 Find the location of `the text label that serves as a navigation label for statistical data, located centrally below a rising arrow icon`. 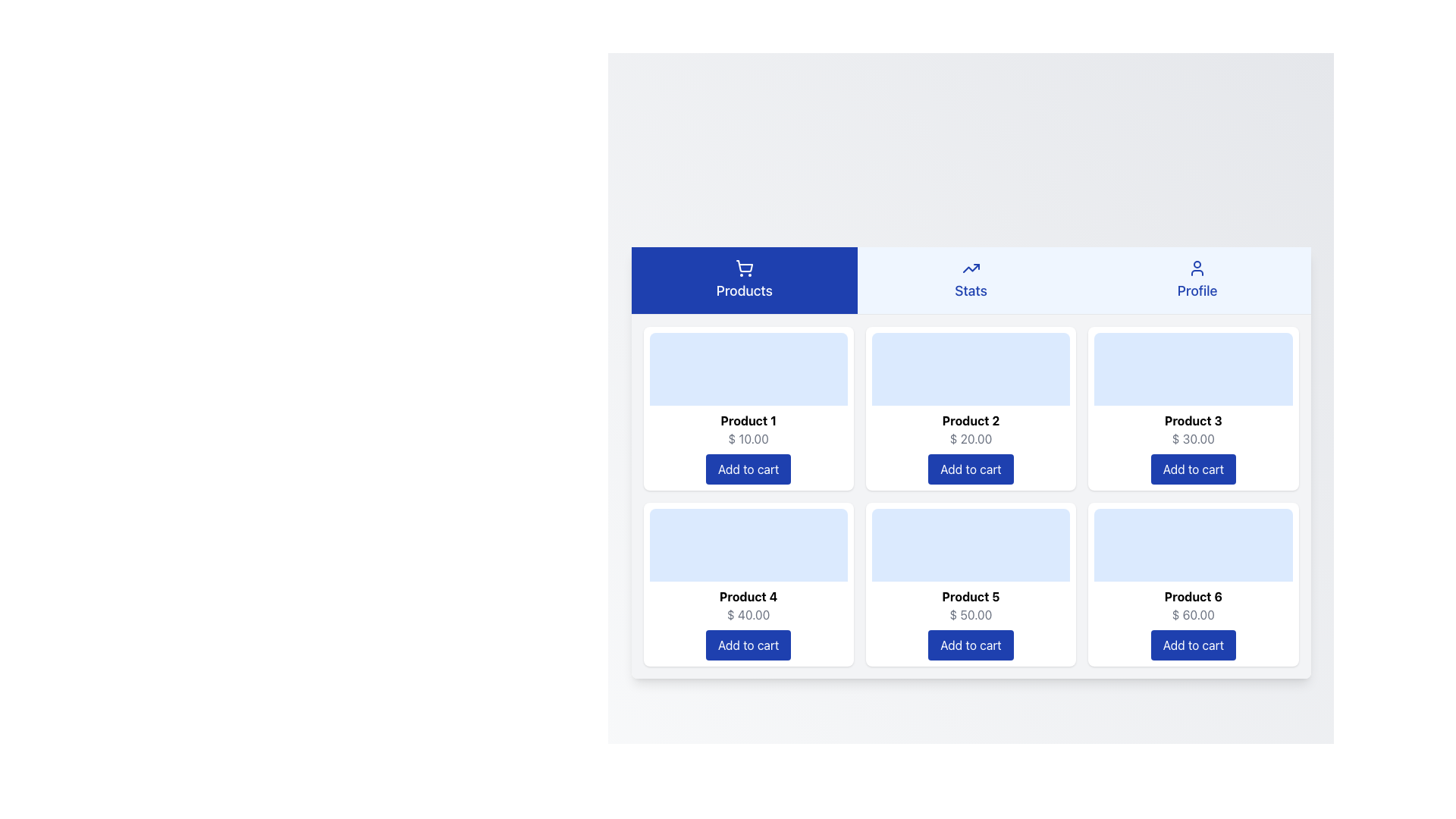

the text label that serves as a navigation label for statistical data, located centrally below a rising arrow icon is located at coordinates (971, 290).